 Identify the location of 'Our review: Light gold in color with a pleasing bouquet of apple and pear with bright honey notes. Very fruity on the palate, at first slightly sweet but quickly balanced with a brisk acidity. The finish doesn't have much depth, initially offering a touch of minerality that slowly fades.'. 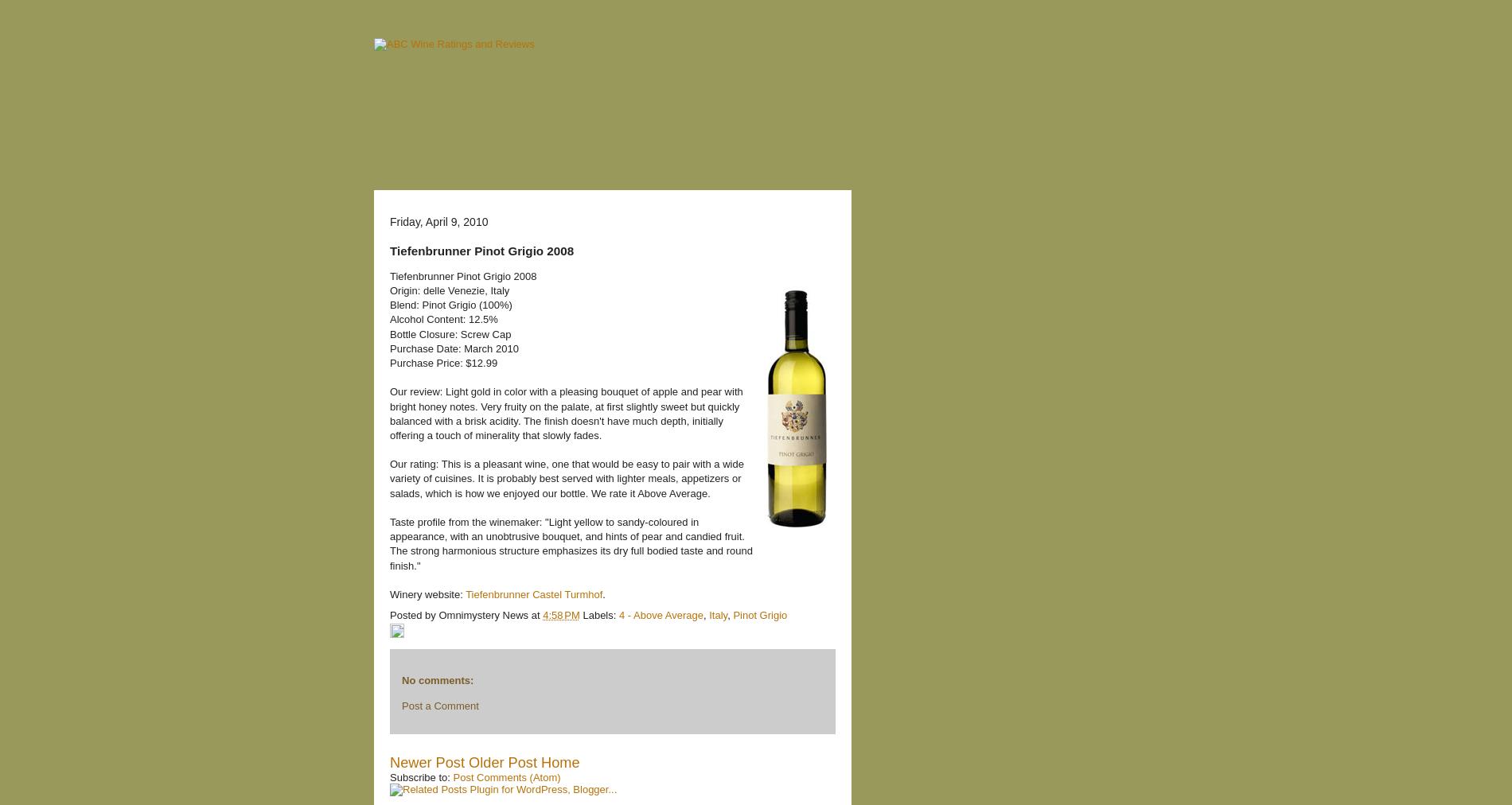
(566, 412).